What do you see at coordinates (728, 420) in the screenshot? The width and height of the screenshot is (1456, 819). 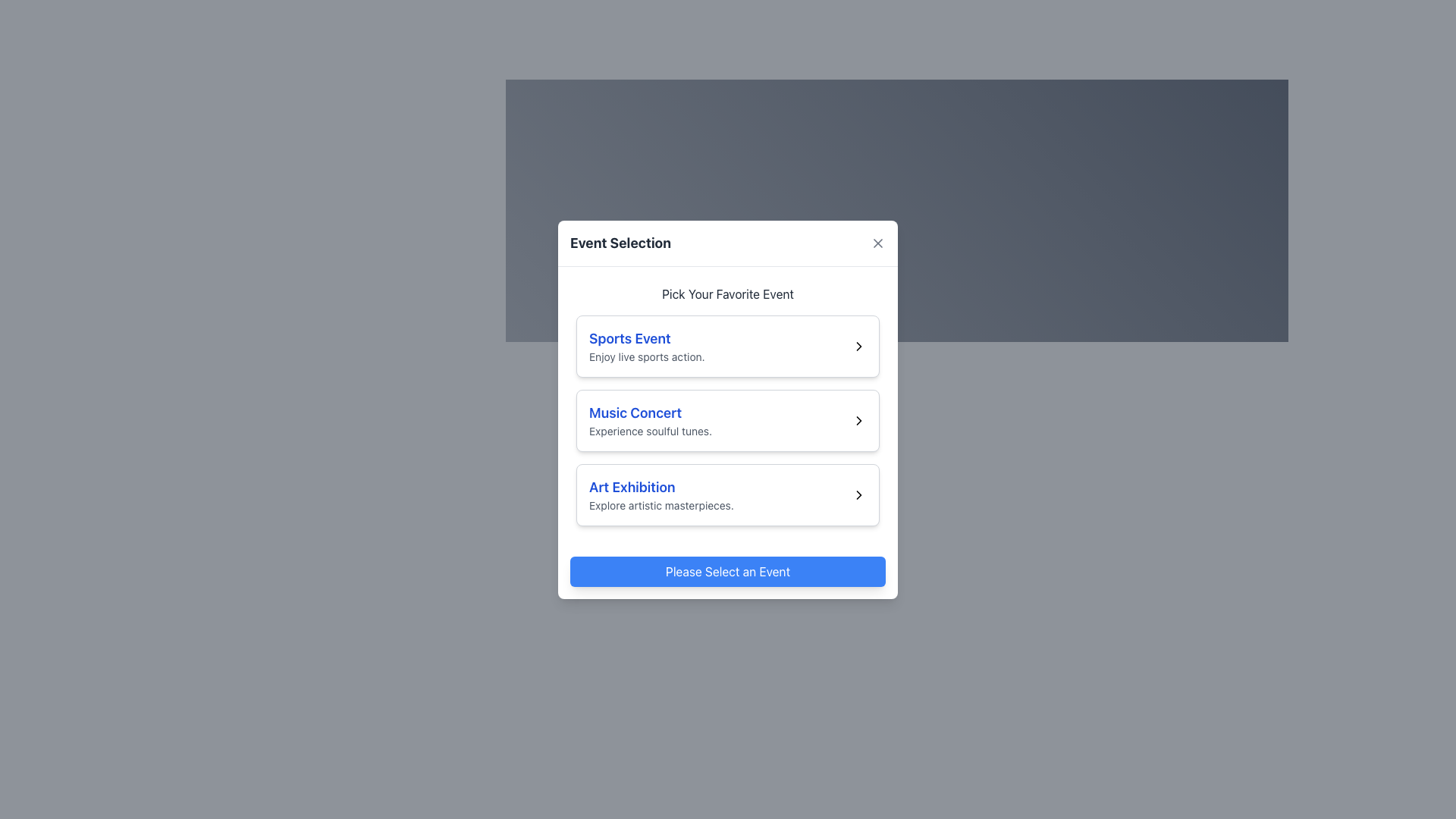 I see `the selectable option for 'Music Concerts', which is located between 'Sports Event' and 'Art Exhibition'` at bounding box center [728, 420].